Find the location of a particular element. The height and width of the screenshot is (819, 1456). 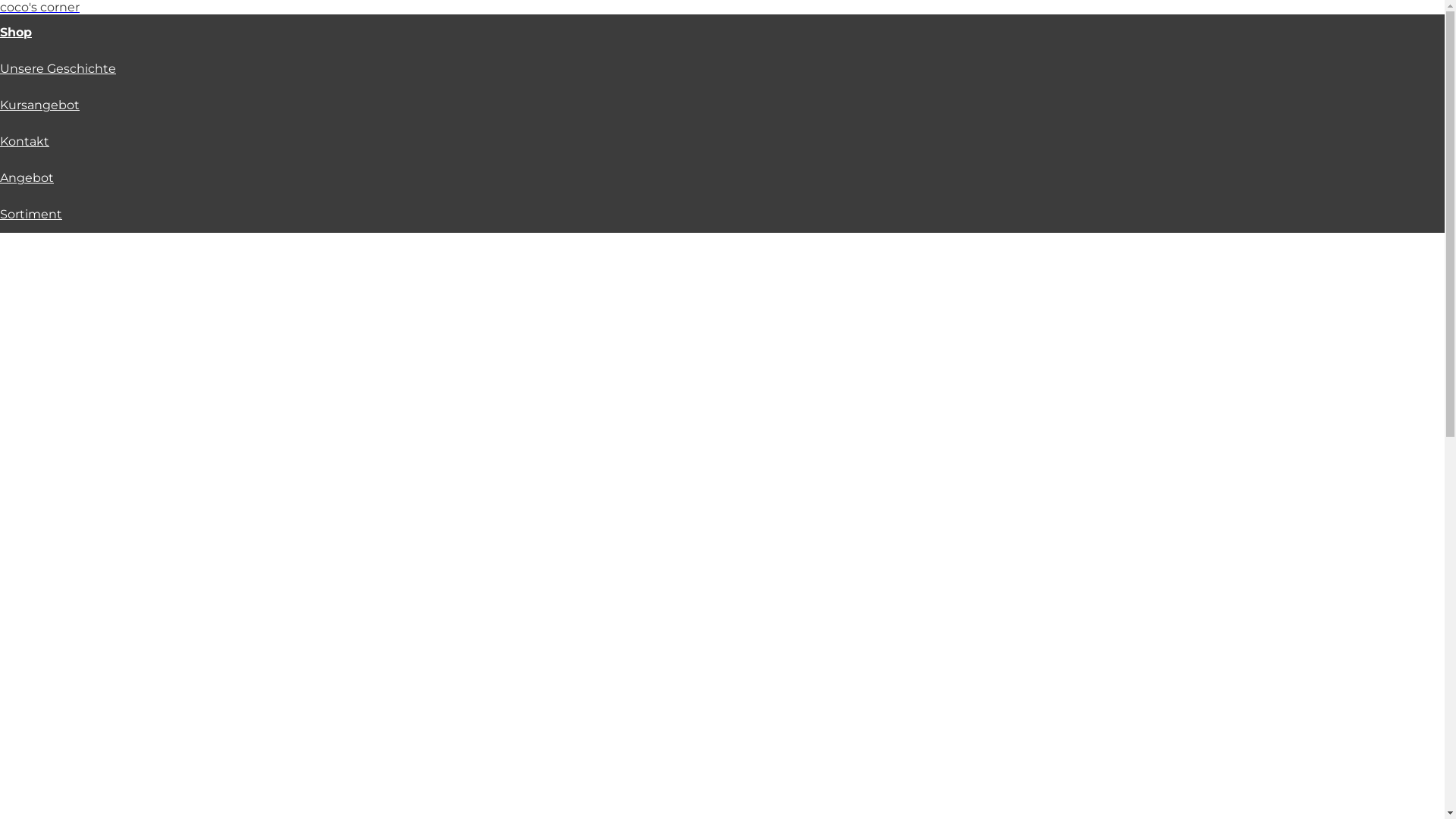

'Angebot' is located at coordinates (27, 177).